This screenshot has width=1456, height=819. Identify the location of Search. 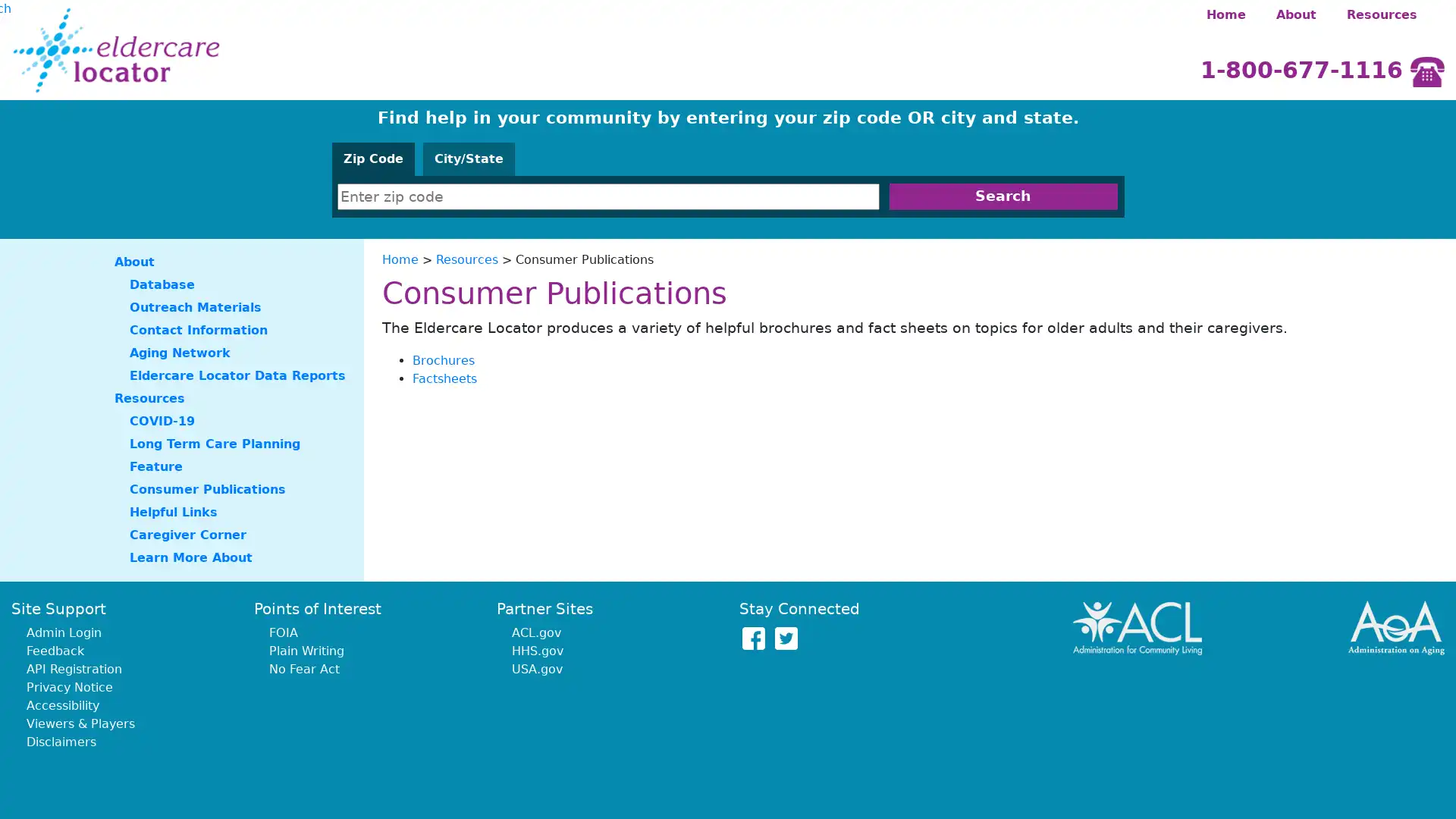
(1003, 196).